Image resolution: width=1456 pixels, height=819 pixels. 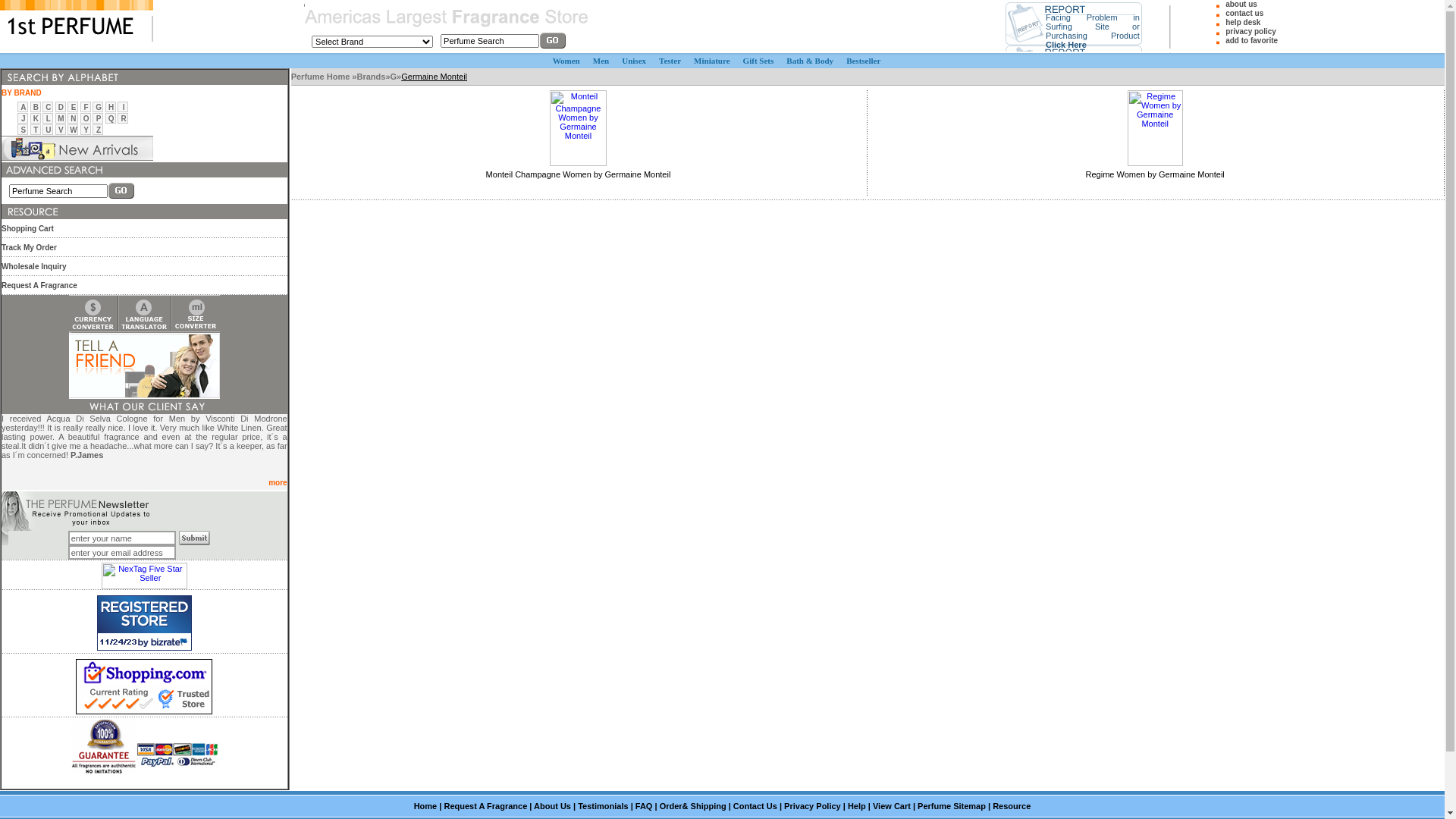 I want to click on 'J', so click(x=21, y=117).